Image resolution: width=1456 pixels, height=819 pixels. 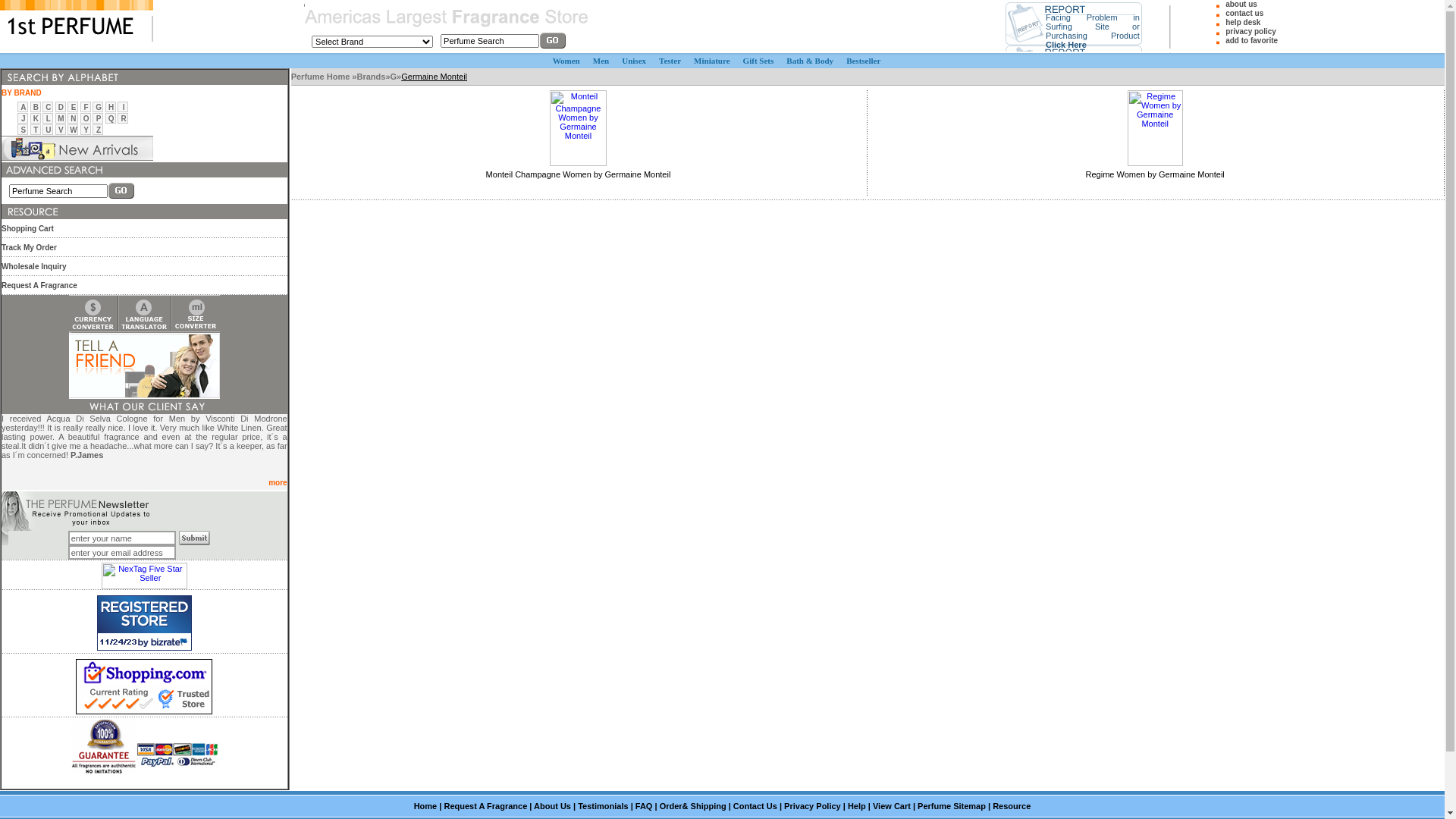 I want to click on 'J', so click(x=21, y=117).